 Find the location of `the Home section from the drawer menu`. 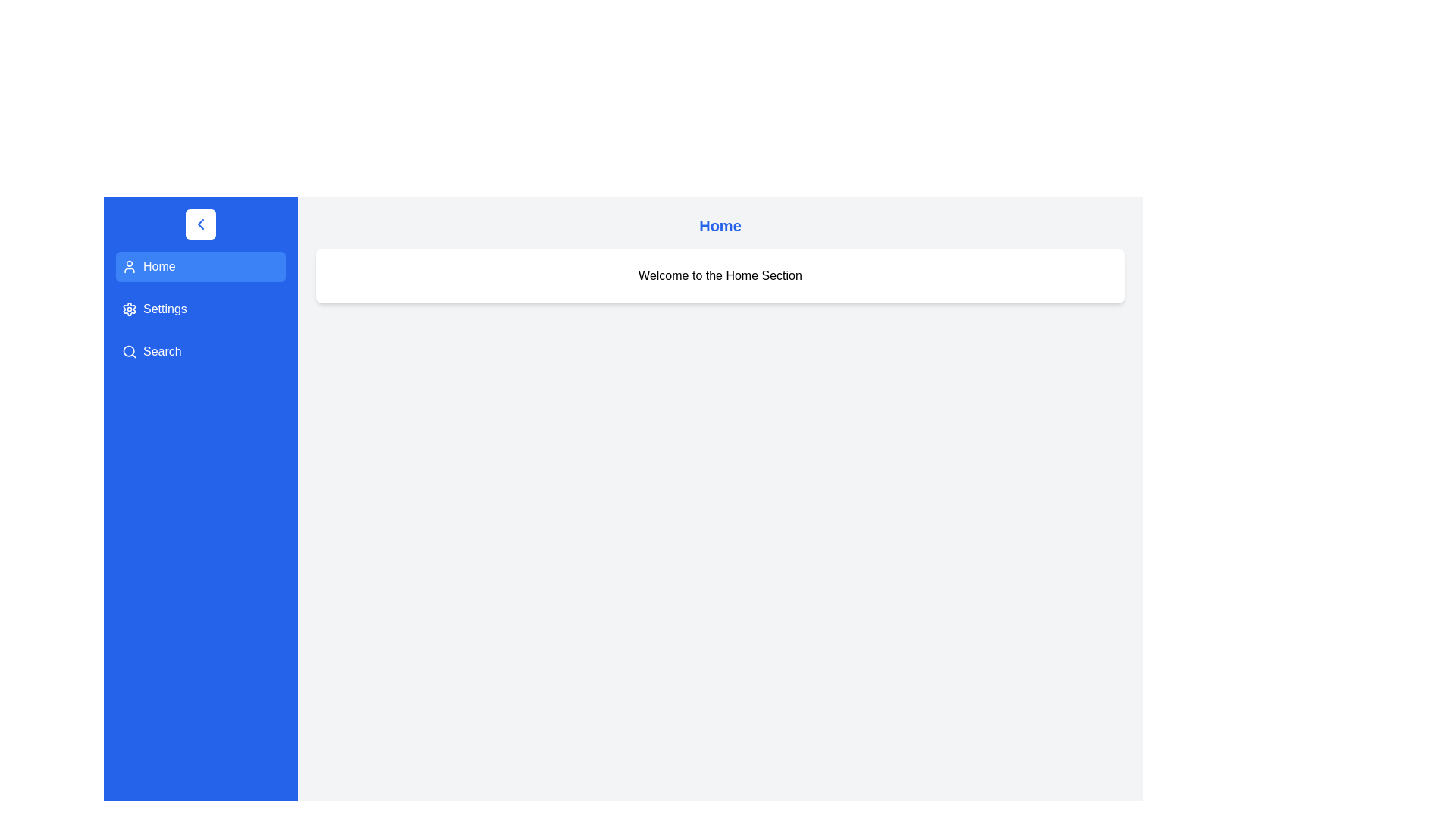

the Home section from the drawer menu is located at coordinates (199, 265).